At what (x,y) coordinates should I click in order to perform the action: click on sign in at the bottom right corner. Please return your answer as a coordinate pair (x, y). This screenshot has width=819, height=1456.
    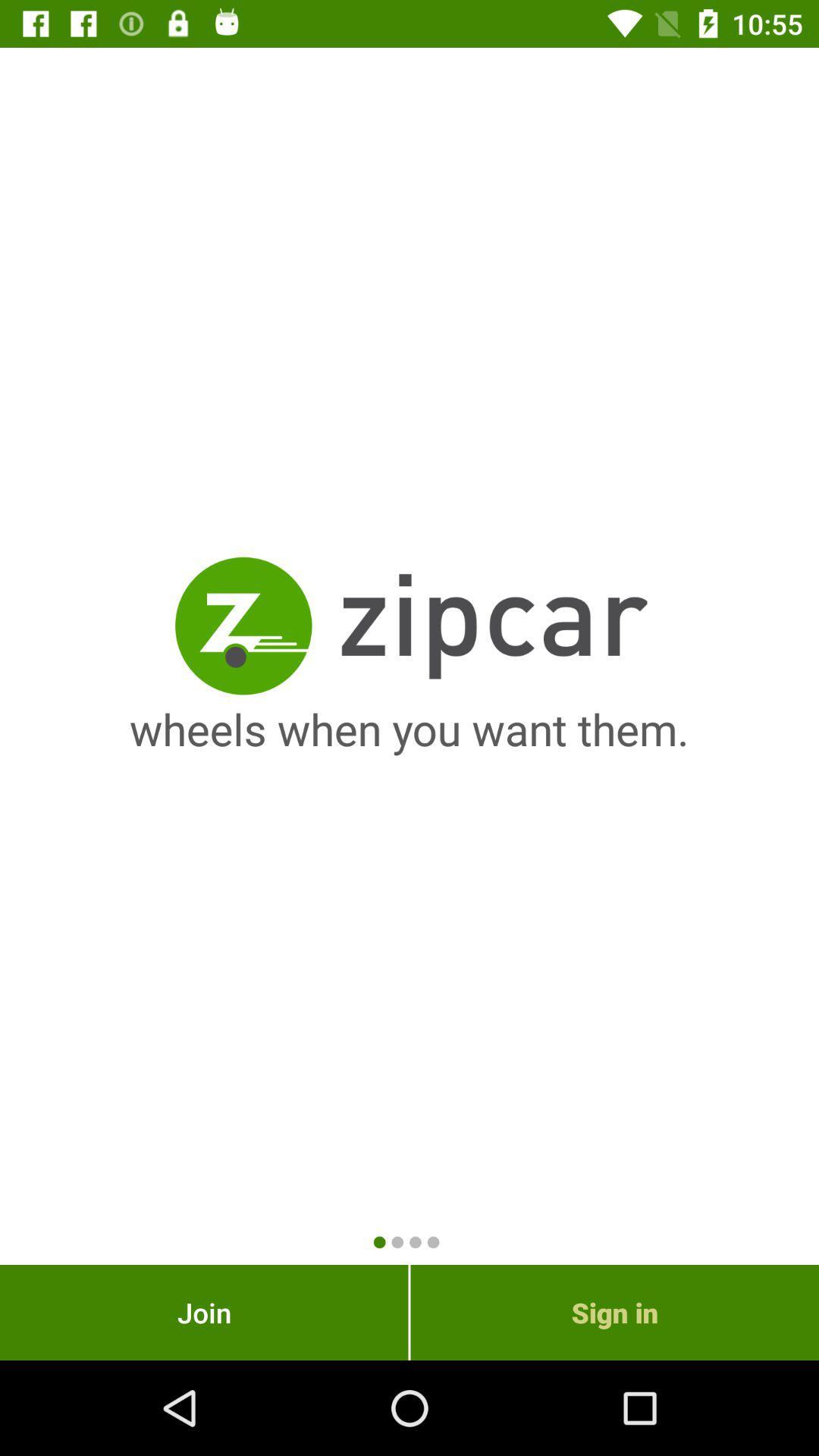
    Looking at the image, I should click on (614, 1312).